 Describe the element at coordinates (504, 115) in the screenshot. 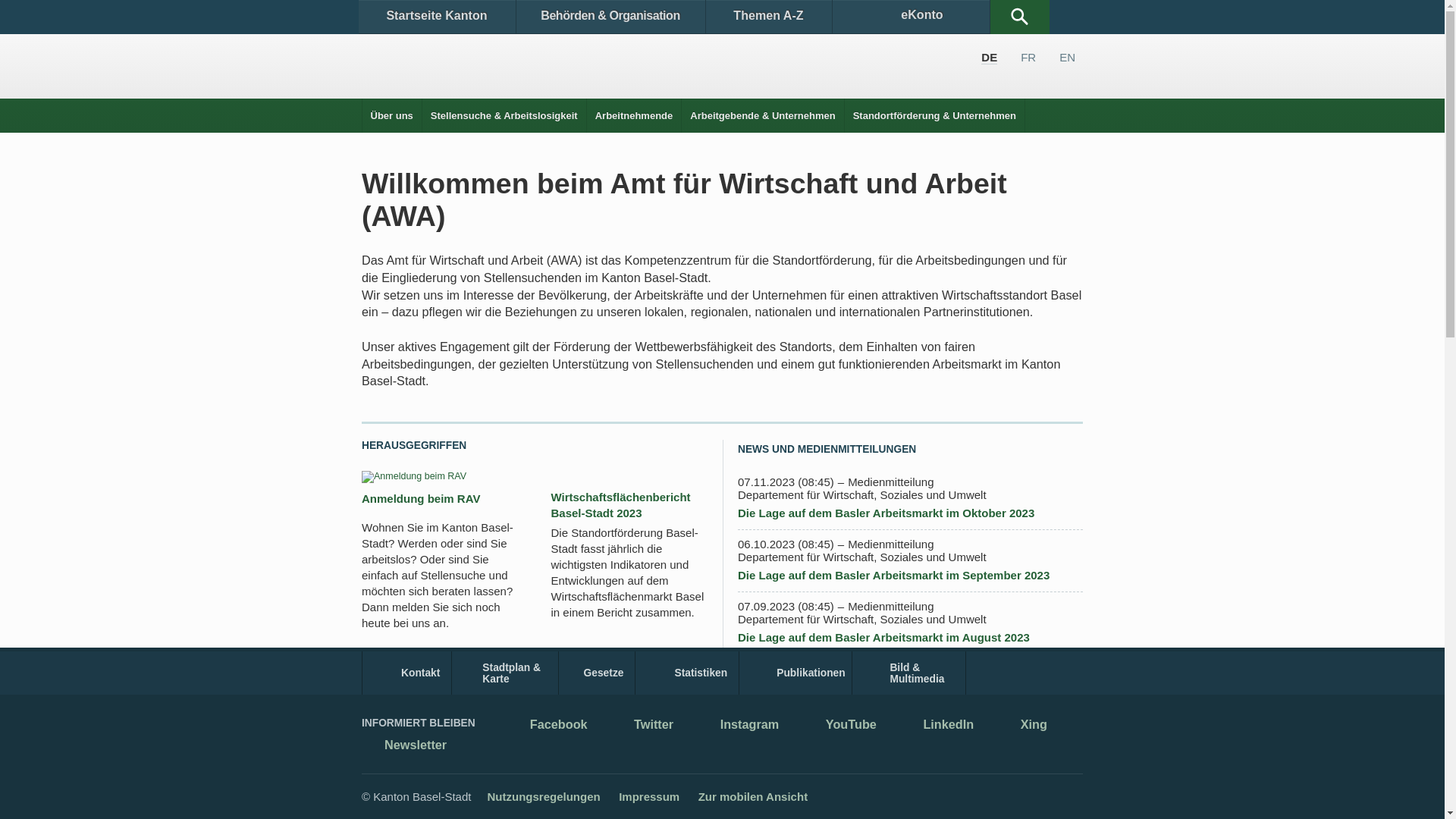

I see `'Stellensuche & Arbeitslosigkeit'` at that location.